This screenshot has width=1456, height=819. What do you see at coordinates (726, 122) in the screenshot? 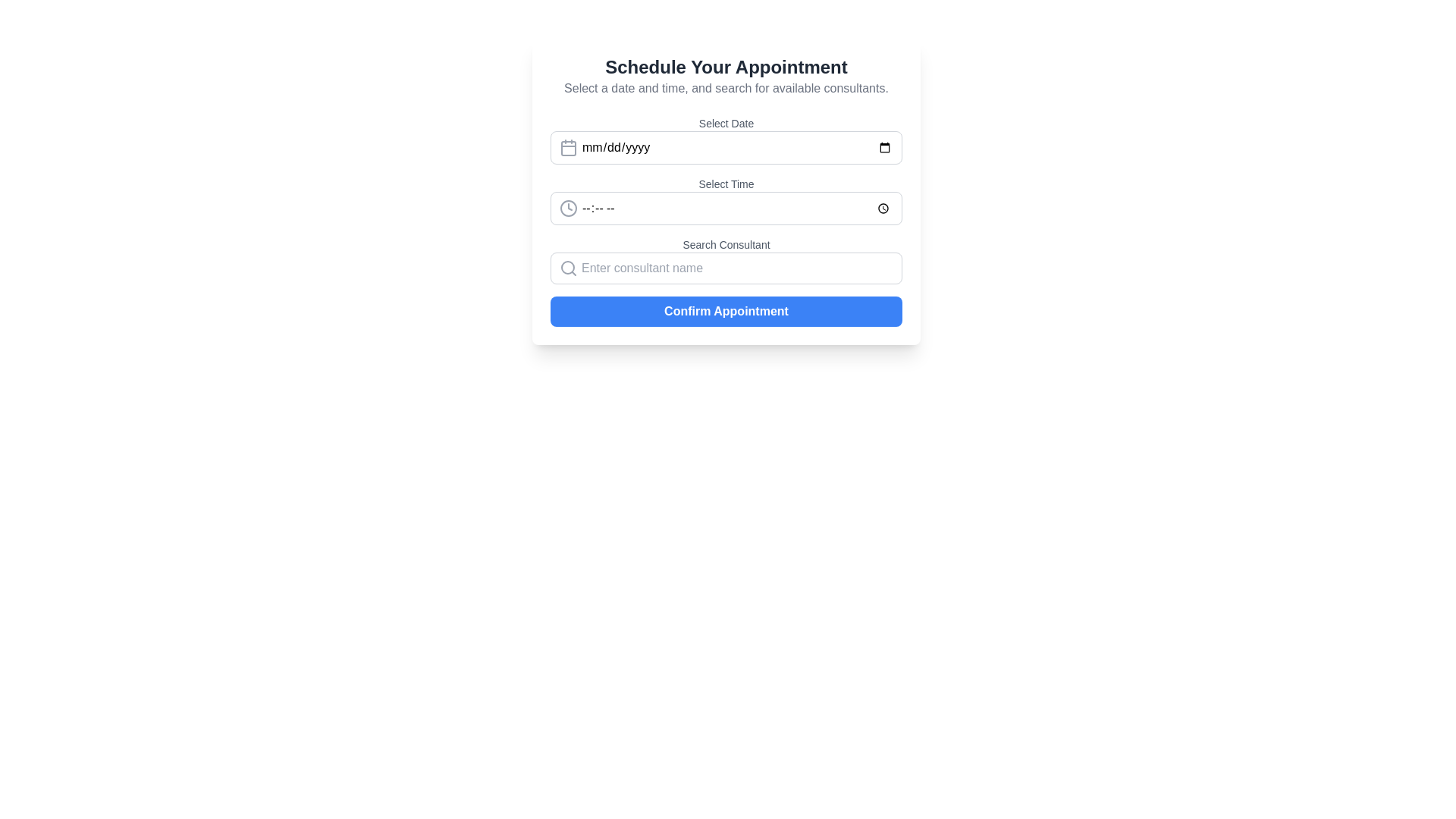
I see `the Text Label that instructs users to select a date, located above the date input field` at bounding box center [726, 122].